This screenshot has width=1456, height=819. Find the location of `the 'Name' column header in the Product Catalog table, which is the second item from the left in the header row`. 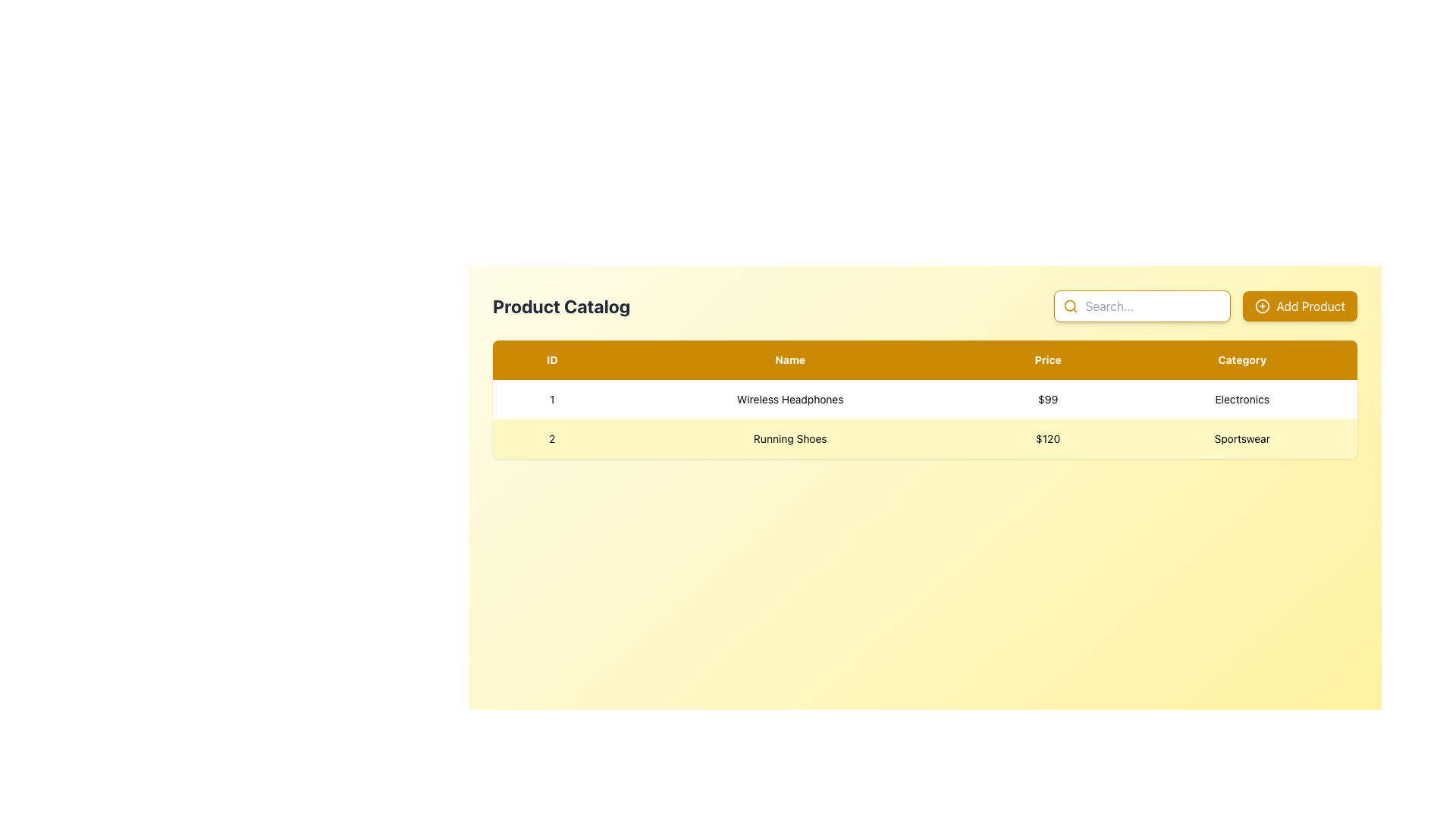

the 'Name' column header in the Product Catalog table, which is the second item from the left in the header row is located at coordinates (789, 359).